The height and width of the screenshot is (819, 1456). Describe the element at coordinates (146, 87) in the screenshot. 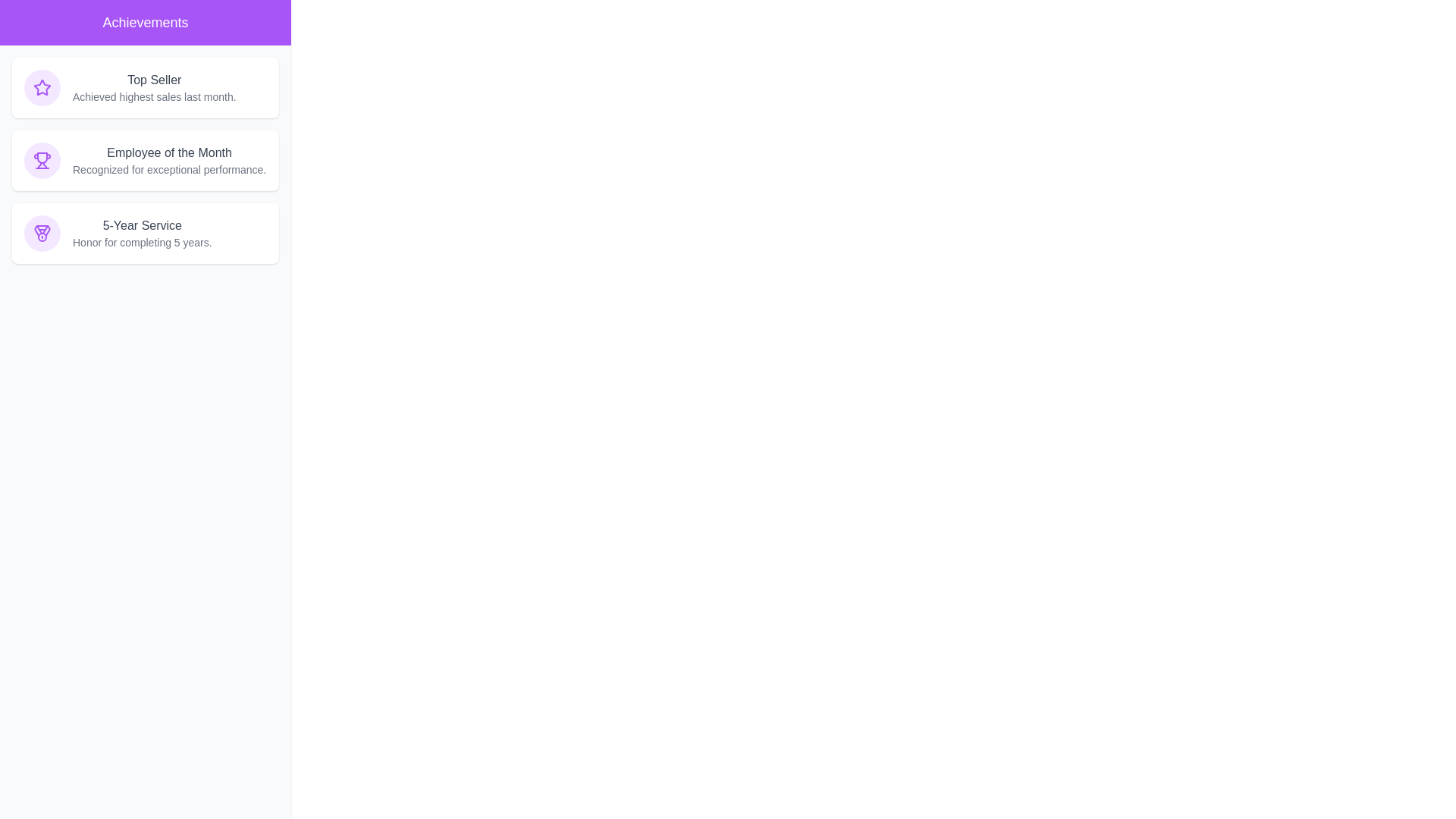

I see `the achievement Top Seller from the list` at that location.